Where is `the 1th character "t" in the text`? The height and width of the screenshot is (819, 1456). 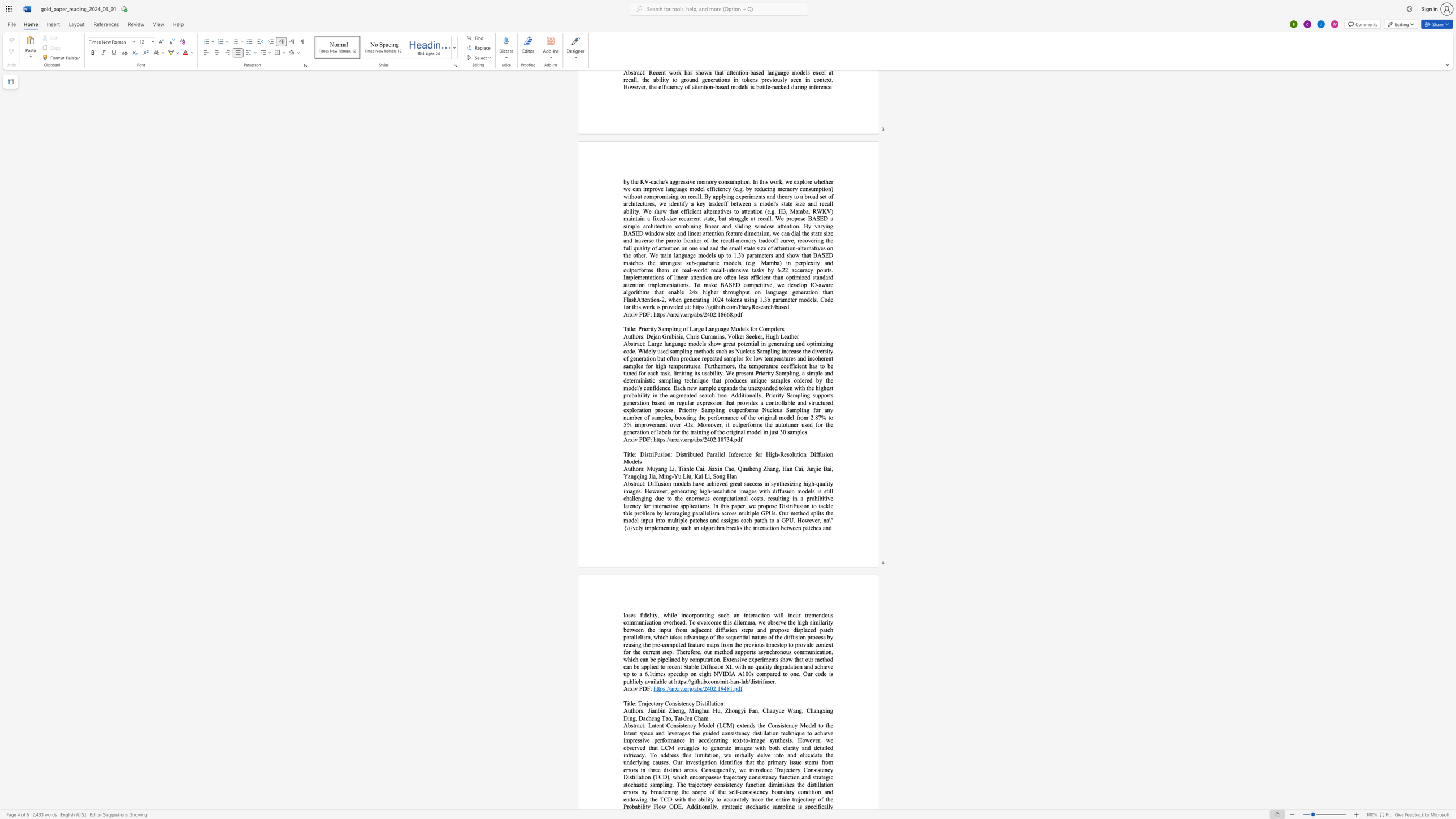 the 1th character "t" in the text is located at coordinates (649, 454).